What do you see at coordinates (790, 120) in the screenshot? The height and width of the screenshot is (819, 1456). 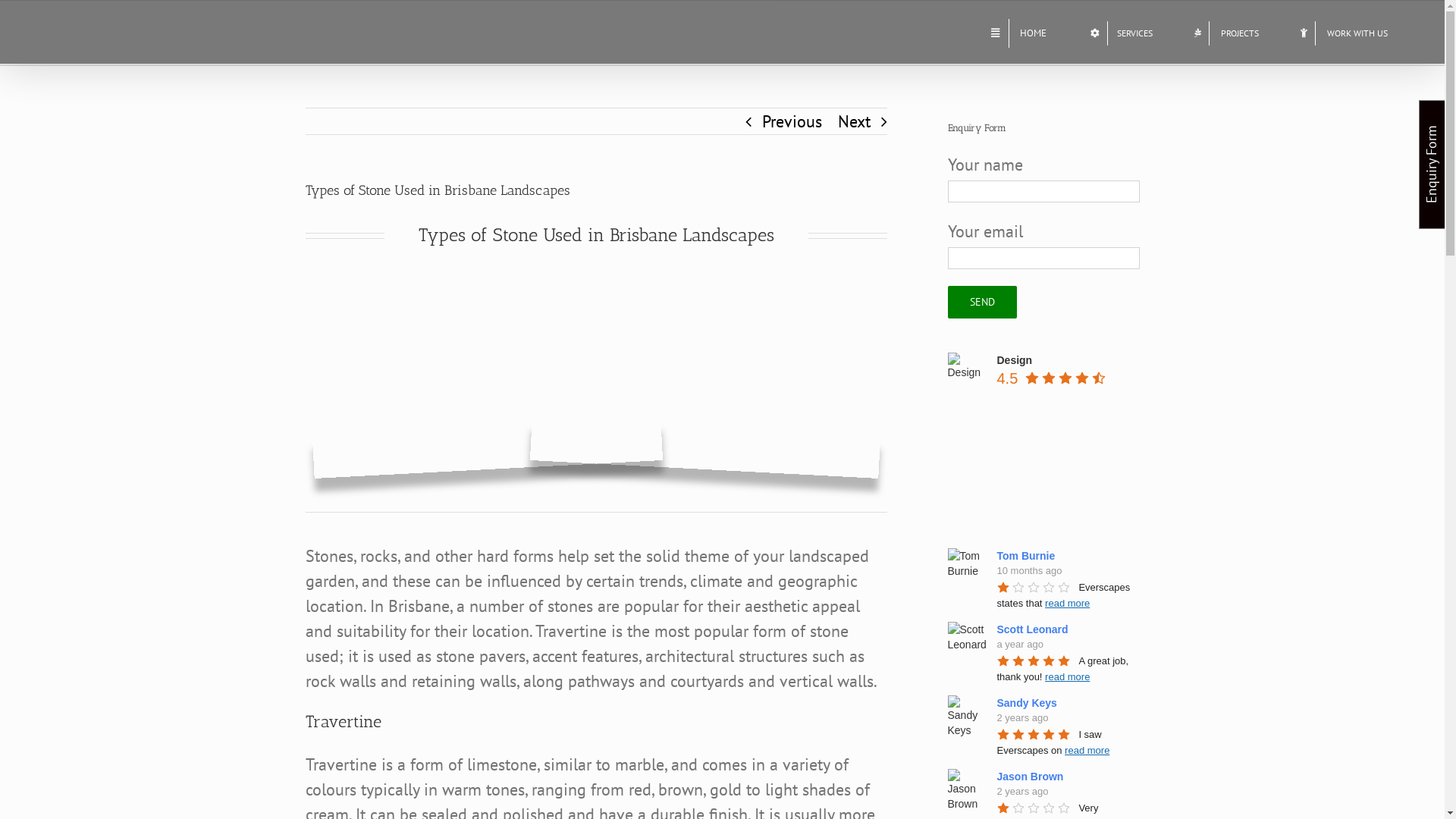 I see `'Previous'` at bounding box center [790, 120].